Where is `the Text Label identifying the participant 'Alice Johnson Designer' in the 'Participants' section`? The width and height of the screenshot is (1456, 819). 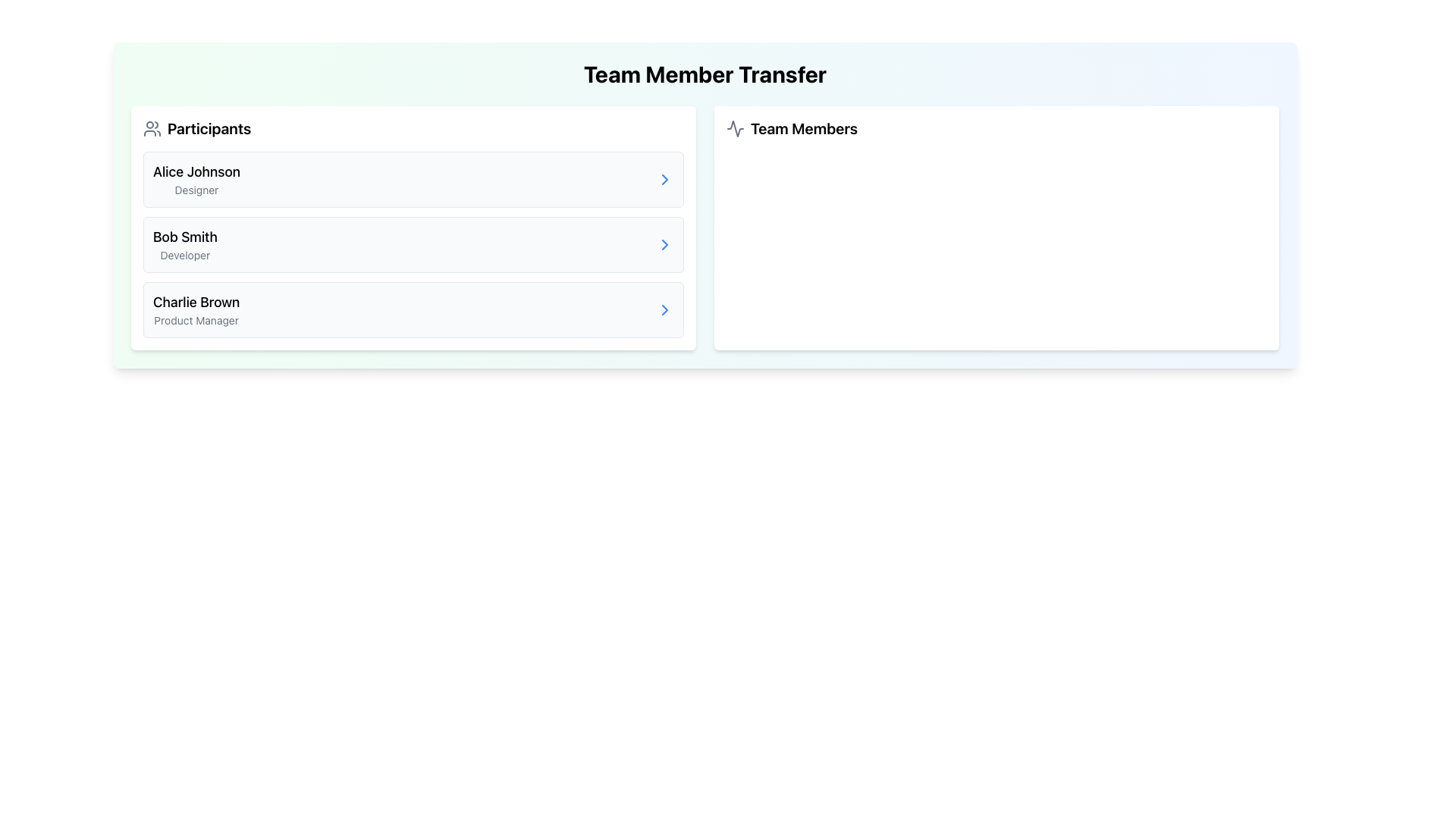 the Text Label identifying the participant 'Alice Johnson Designer' in the 'Participants' section is located at coordinates (196, 171).